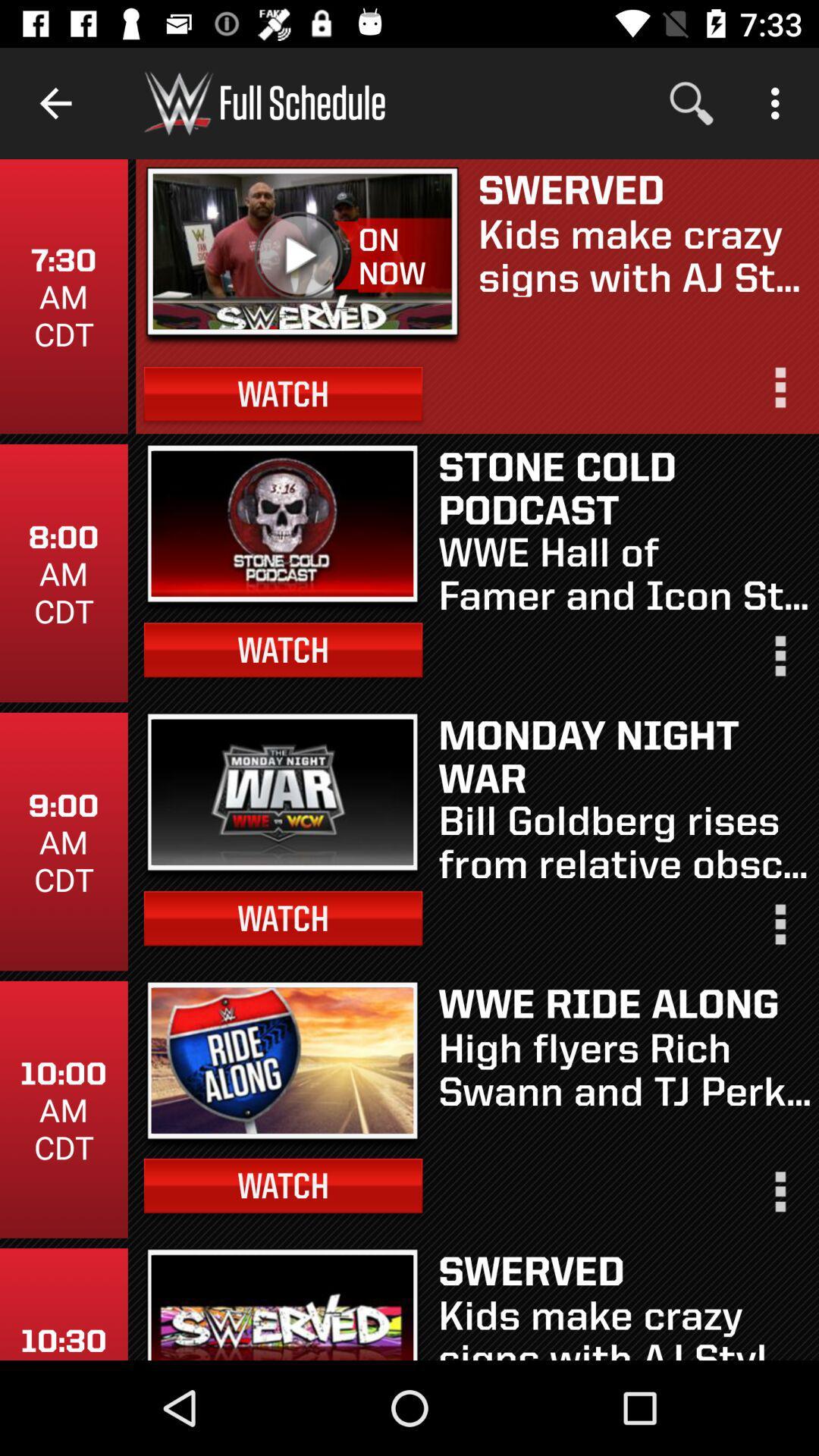 The image size is (819, 1456). I want to click on monday night war, so click(624, 755).